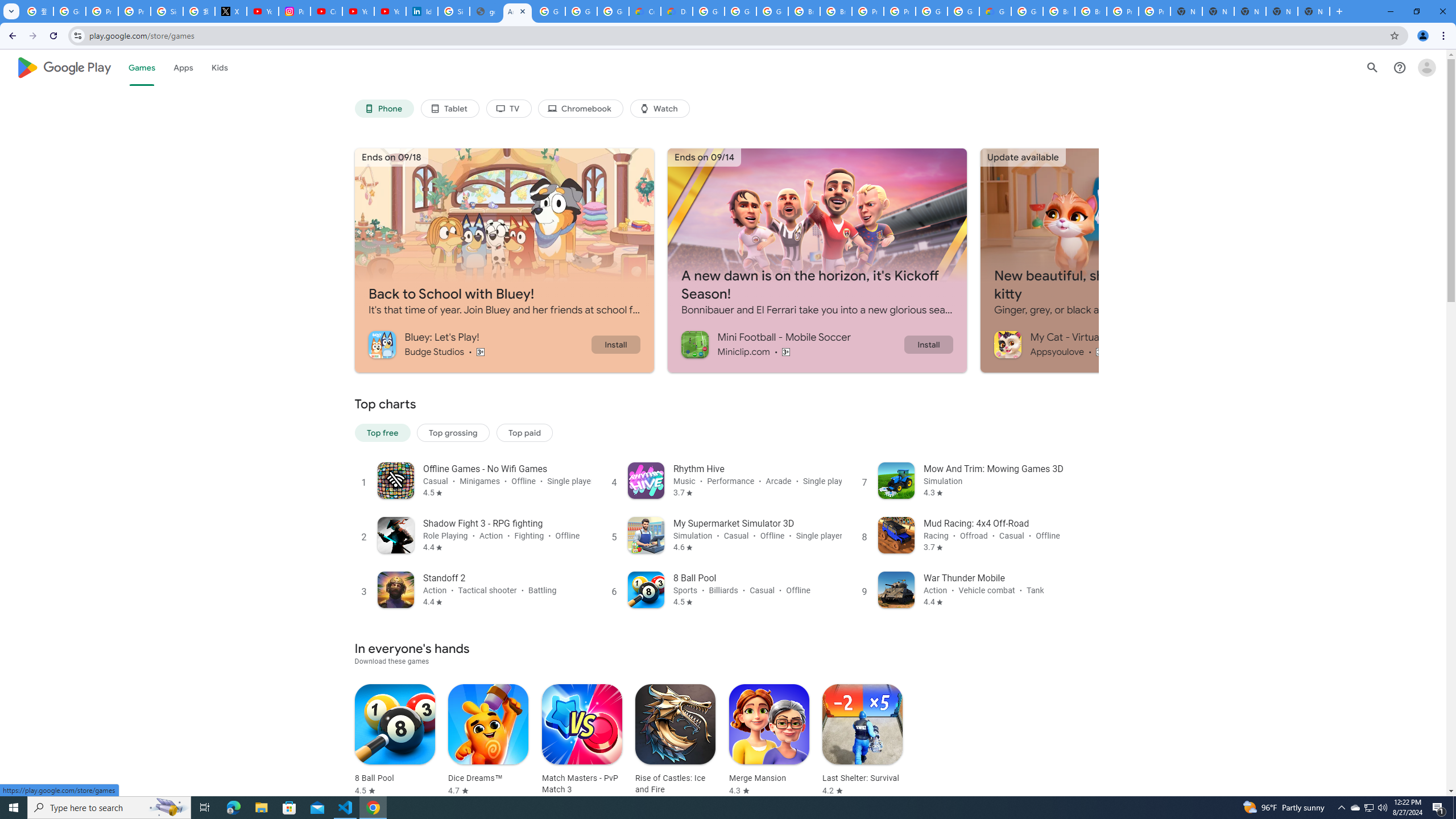 The height and width of the screenshot is (819, 1456). I want to click on 'Last Shelter: Survival Rated 4.2 stars out of five stars', so click(862, 740).